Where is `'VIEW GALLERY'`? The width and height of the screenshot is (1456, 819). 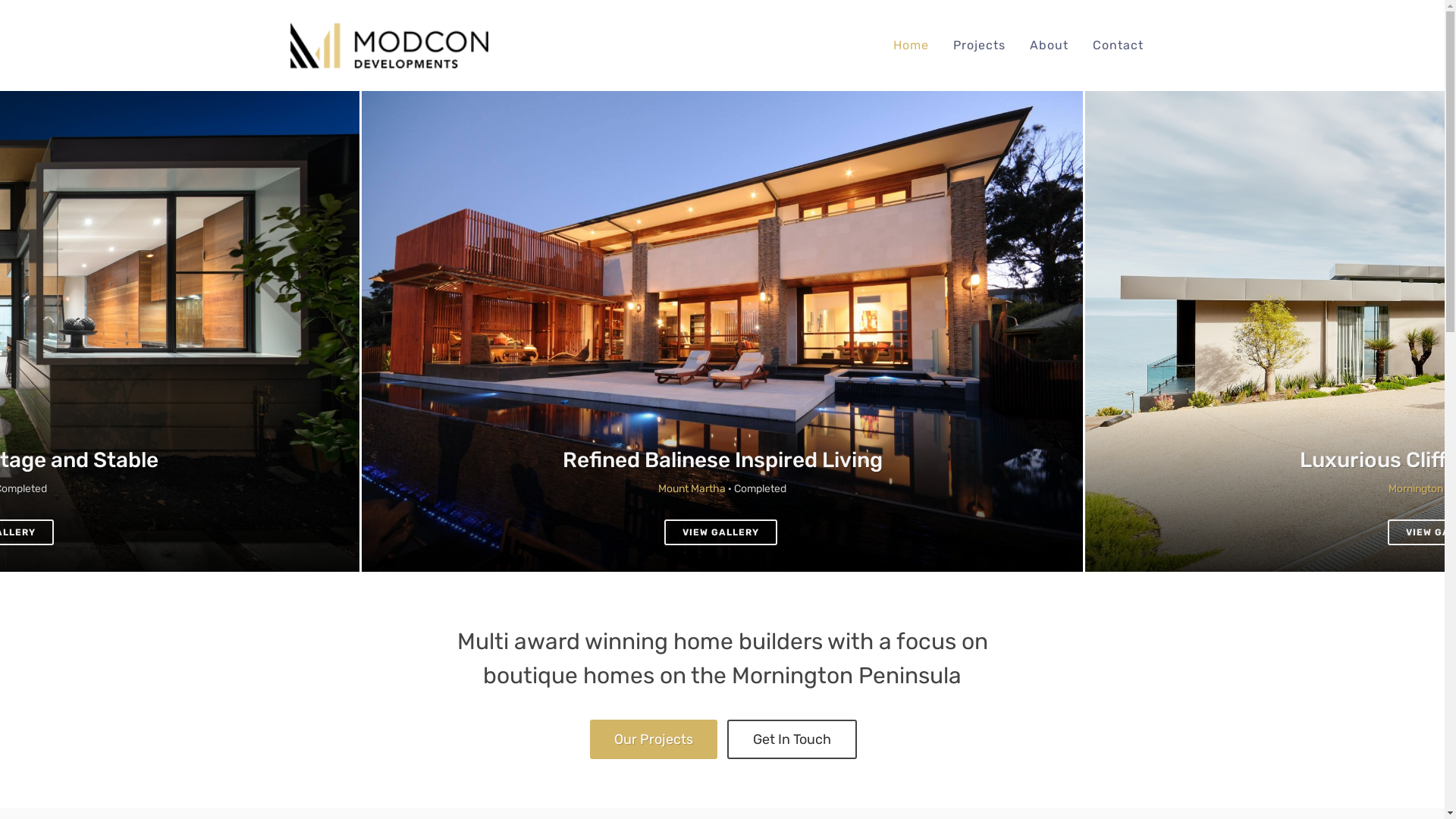 'VIEW GALLERY' is located at coordinates (664, 532).